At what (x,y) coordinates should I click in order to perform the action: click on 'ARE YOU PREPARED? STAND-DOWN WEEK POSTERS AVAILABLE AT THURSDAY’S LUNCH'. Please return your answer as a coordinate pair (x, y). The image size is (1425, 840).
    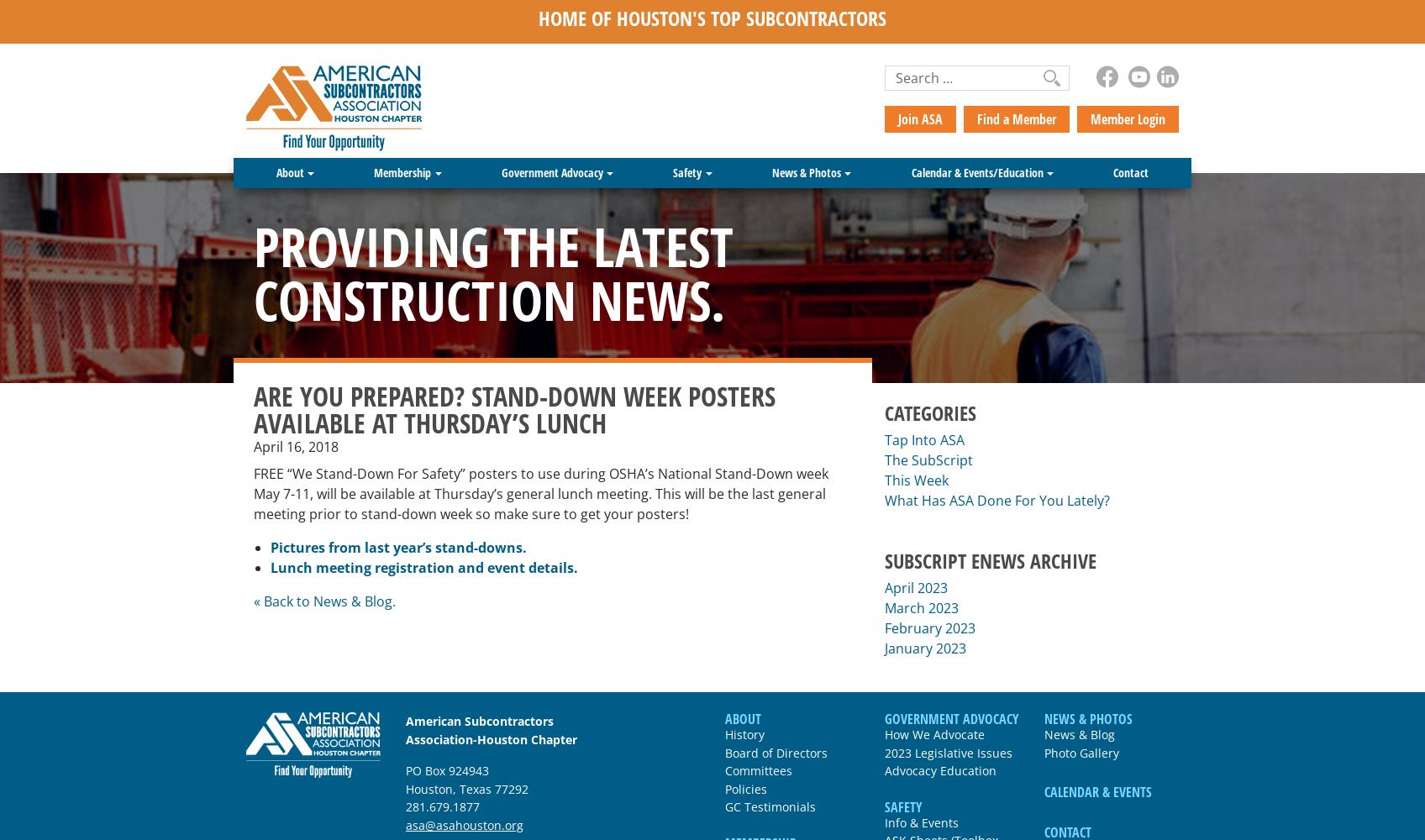
    Looking at the image, I should click on (514, 407).